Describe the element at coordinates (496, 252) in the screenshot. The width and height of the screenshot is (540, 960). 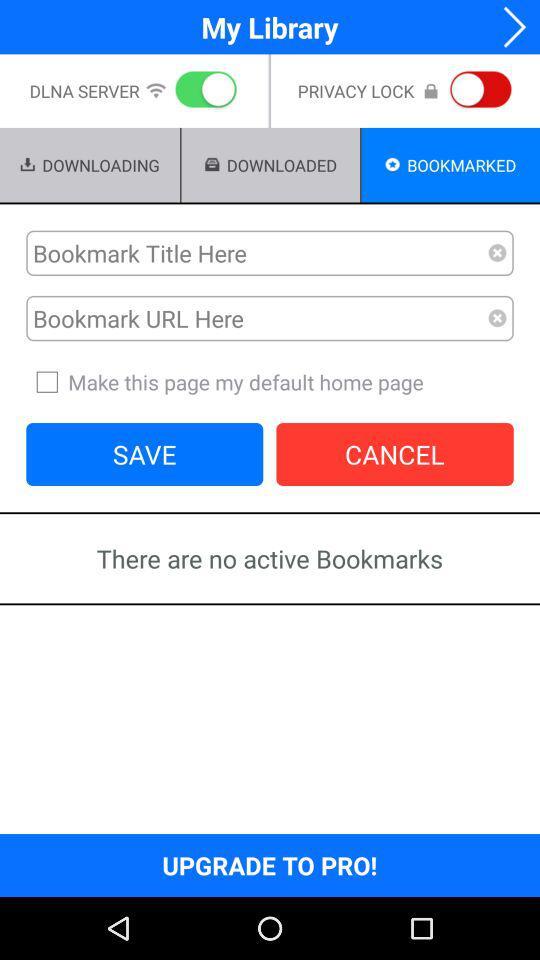
I see `delete bookmark title` at that location.